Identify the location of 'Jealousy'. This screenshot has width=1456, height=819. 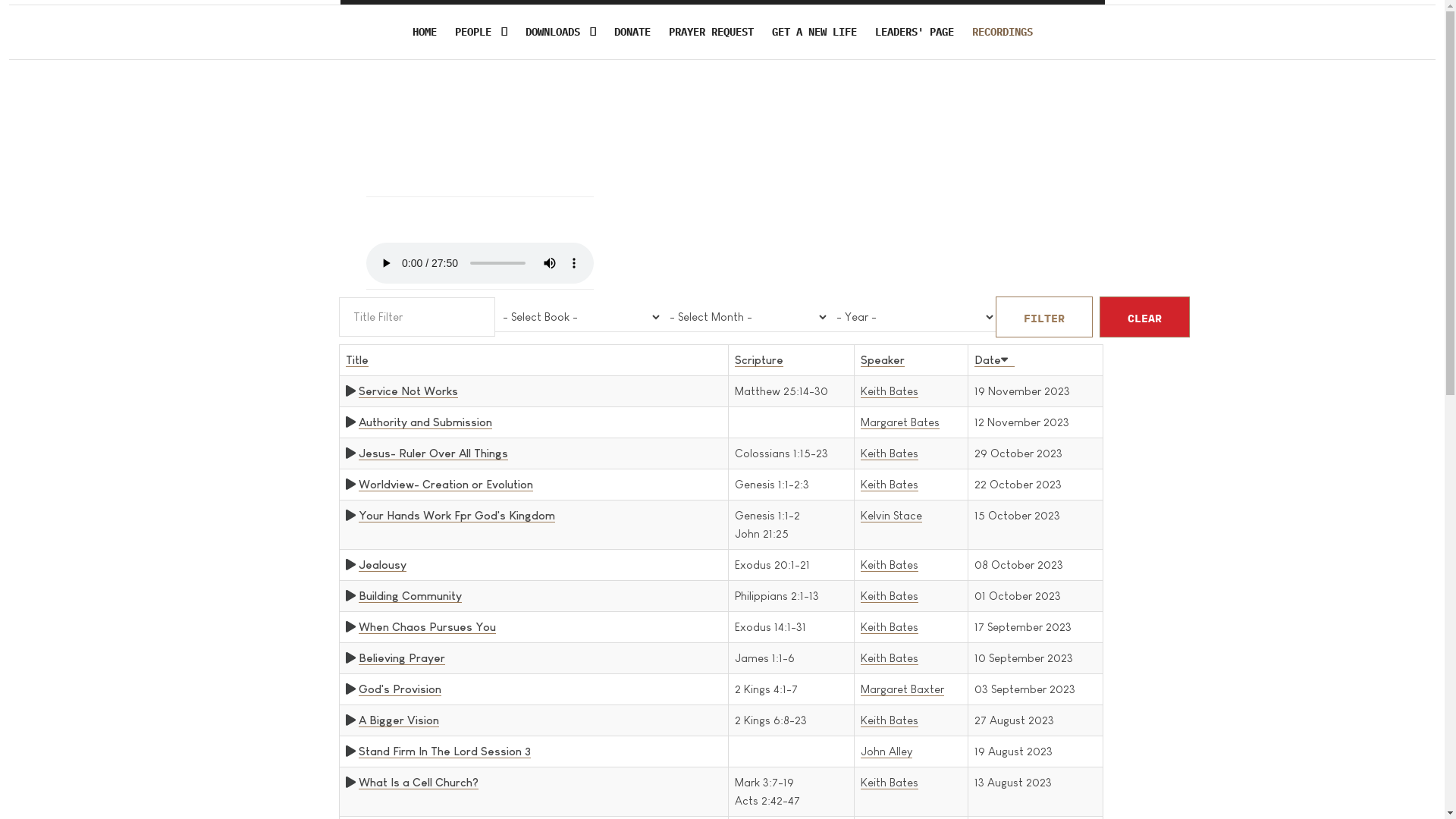
(381, 564).